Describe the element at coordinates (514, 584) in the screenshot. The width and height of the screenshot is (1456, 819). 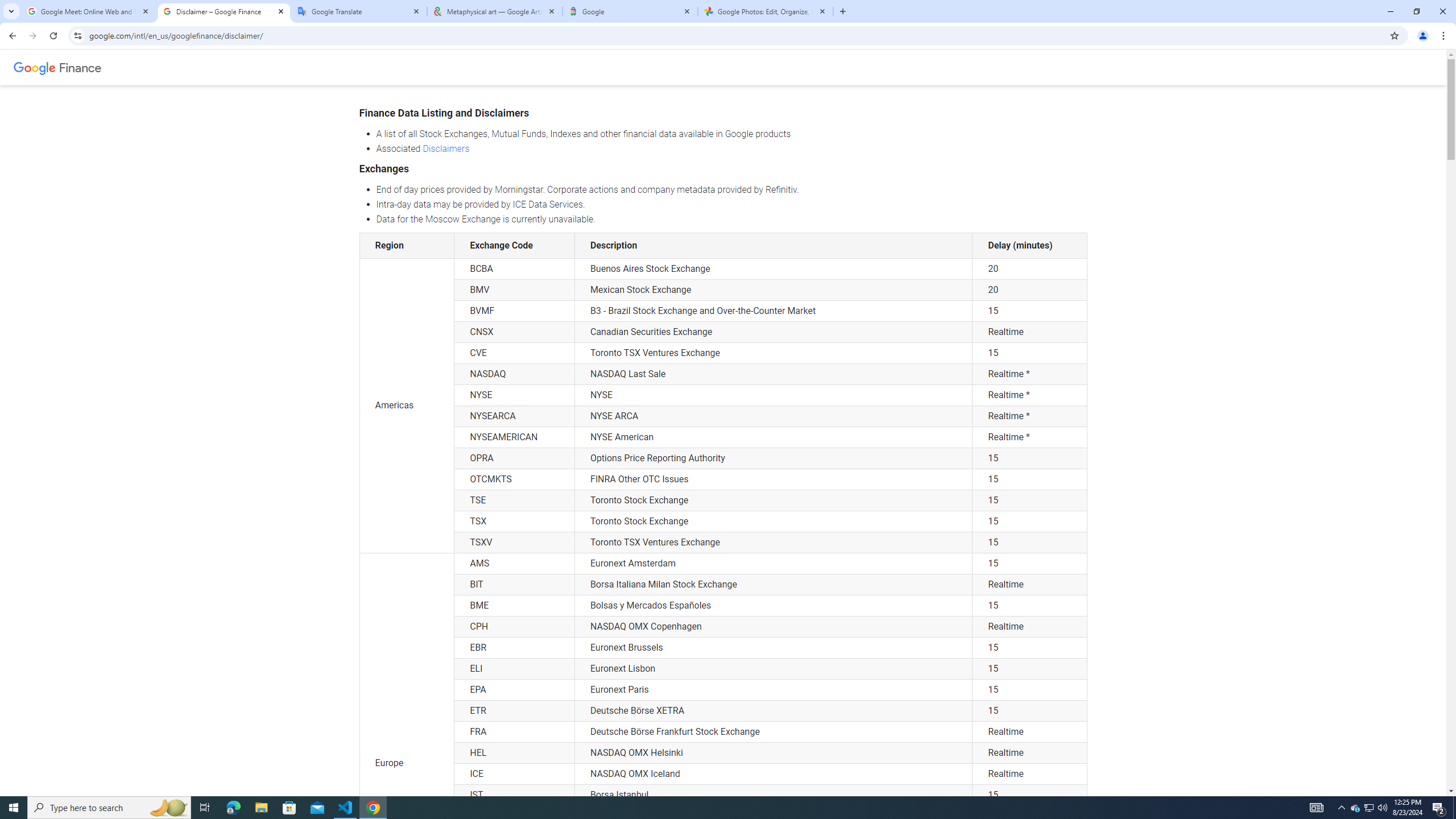
I see `'BIT'` at that location.